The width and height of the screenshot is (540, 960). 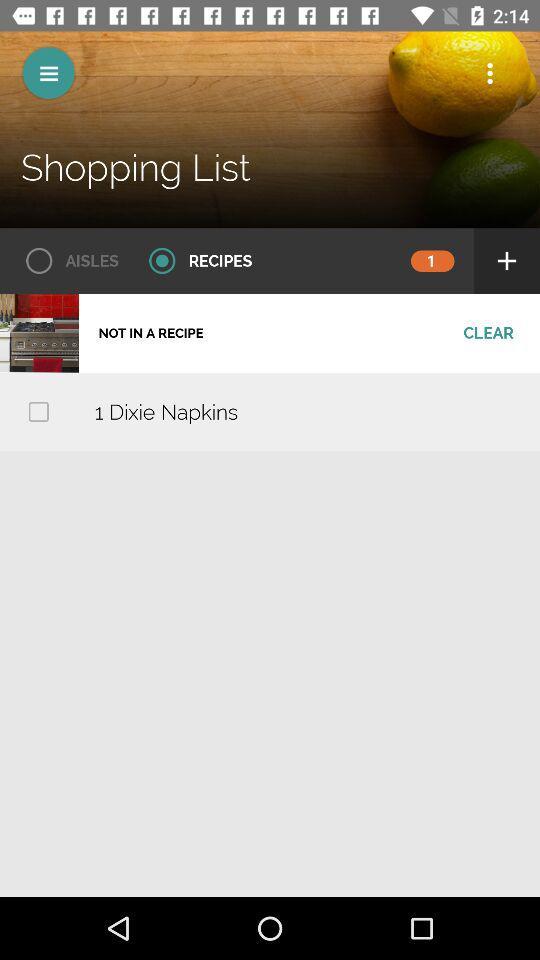 What do you see at coordinates (487, 333) in the screenshot?
I see `clear item` at bounding box center [487, 333].